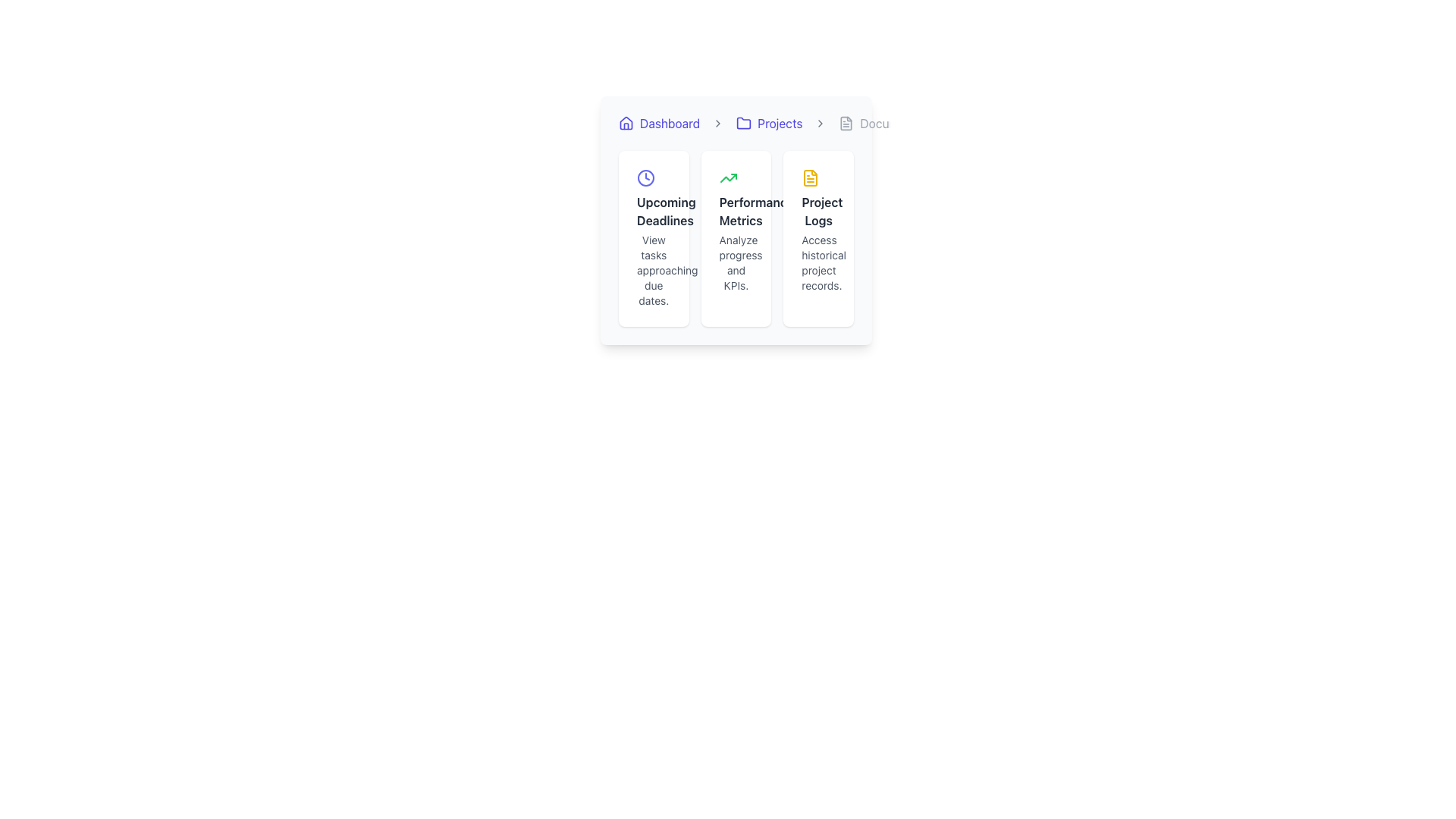  What do you see at coordinates (736, 262) in the screenshot?
I see `descriptive text block located below the 'Performance Metrics' heading within the 'Performance Metrics' card, which provides insights about analyzing progress and KPIs` at bounding box center [736, 262].